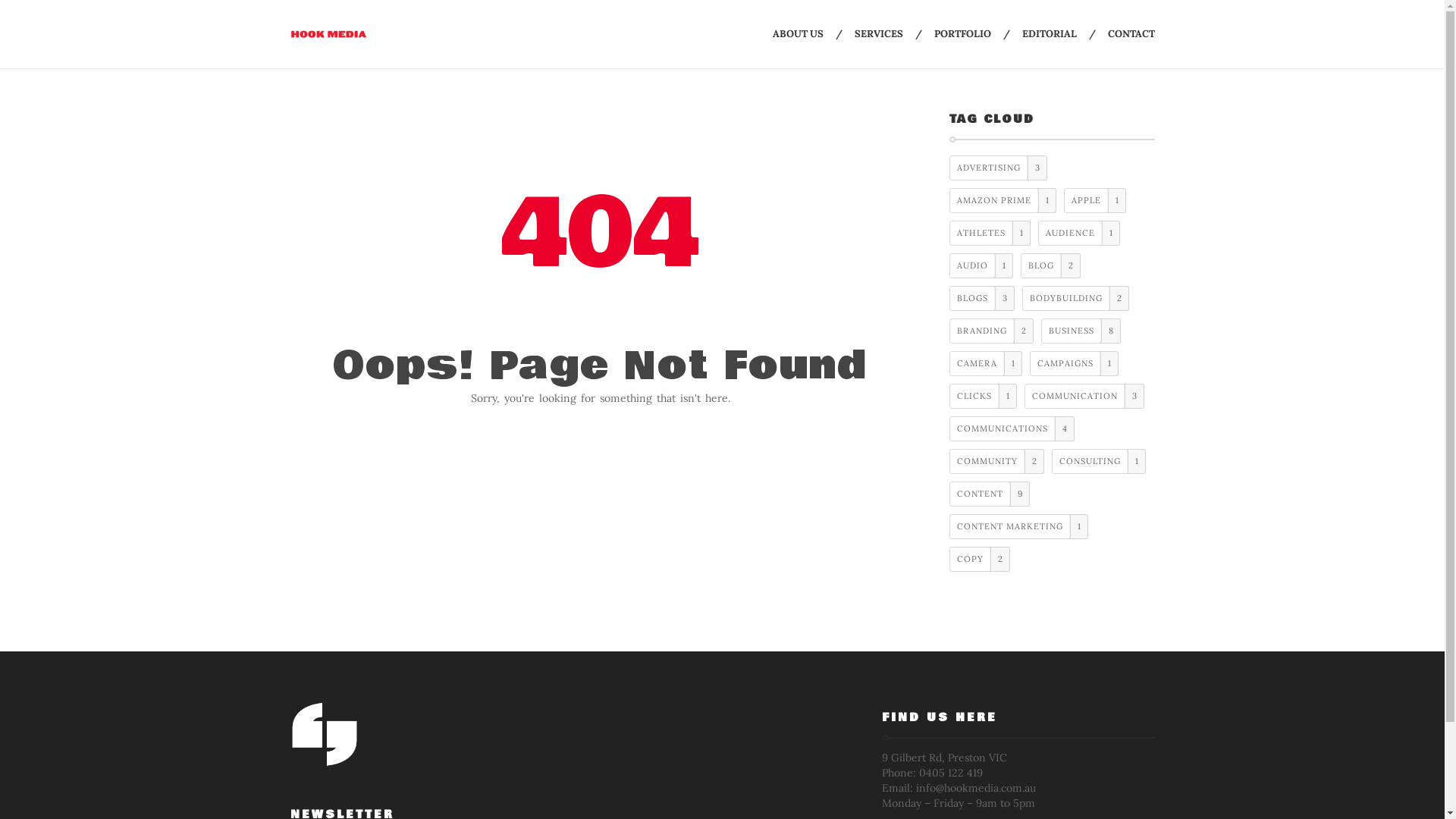  Describe the element at coordinates (1012, 428) in the screenshot. I see `'COMMUNICATIONS4'` at that location.